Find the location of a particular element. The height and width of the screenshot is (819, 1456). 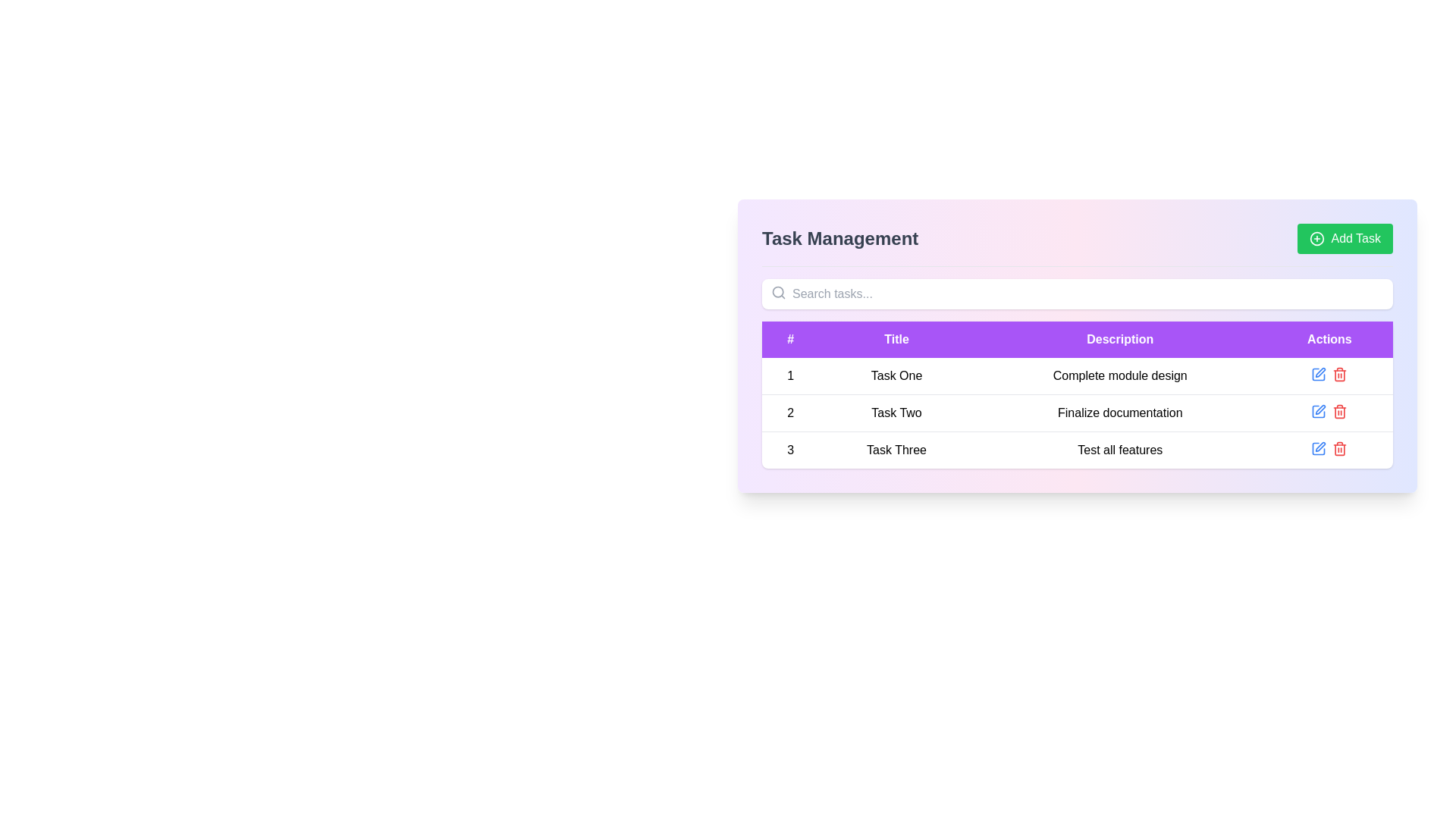

the static text element displaying 'Task Three' located in the third row of the table under the 'Title' column, adjacent to '3' and 'Test all features' is located at coordinates (896, 449).